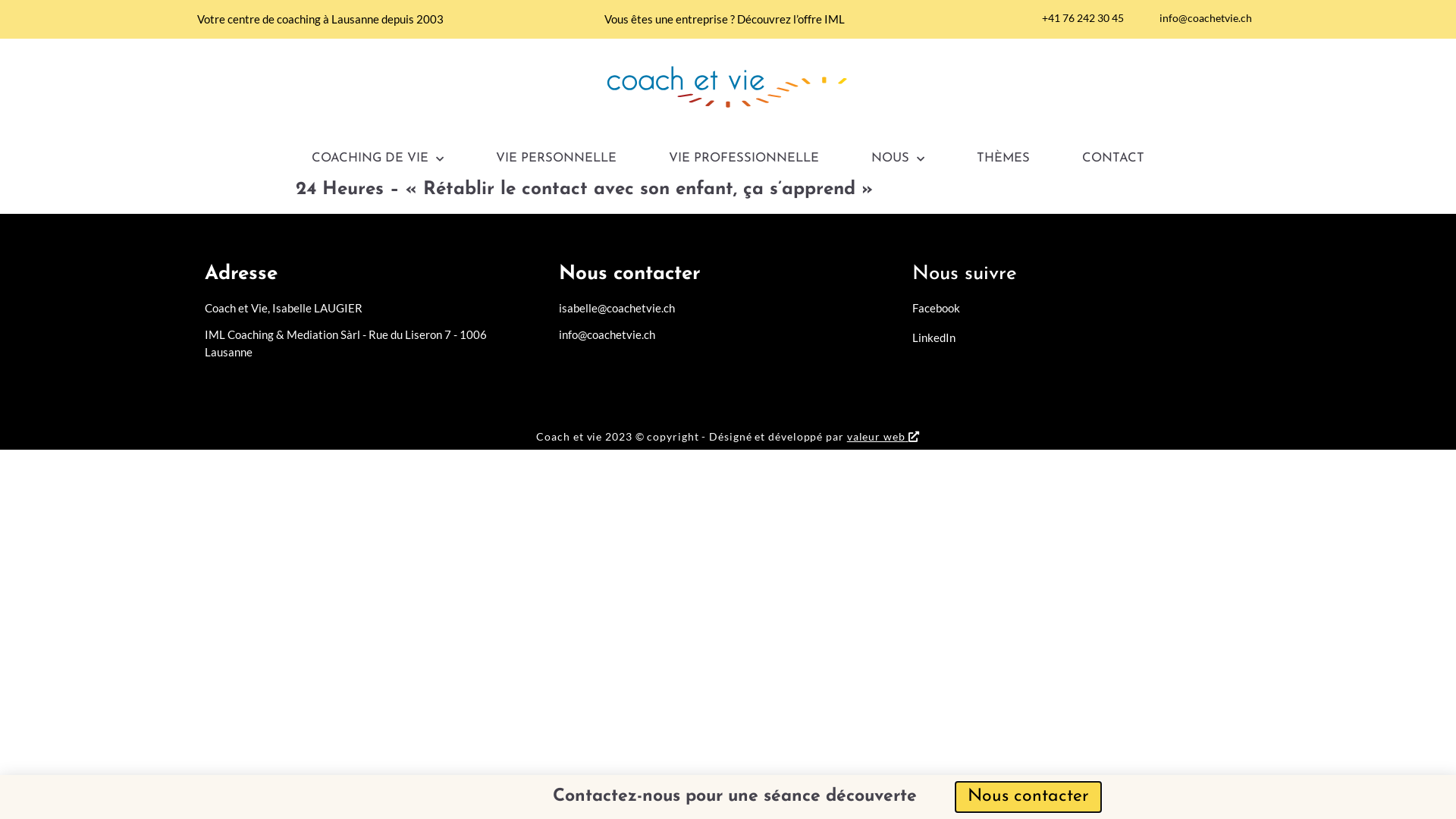 Image resolution: width=1456 pixels, height=819 pixels. Describe the element at coordinates (1113, 158) in the screenshot. I see `'CONTACT'` at that location.